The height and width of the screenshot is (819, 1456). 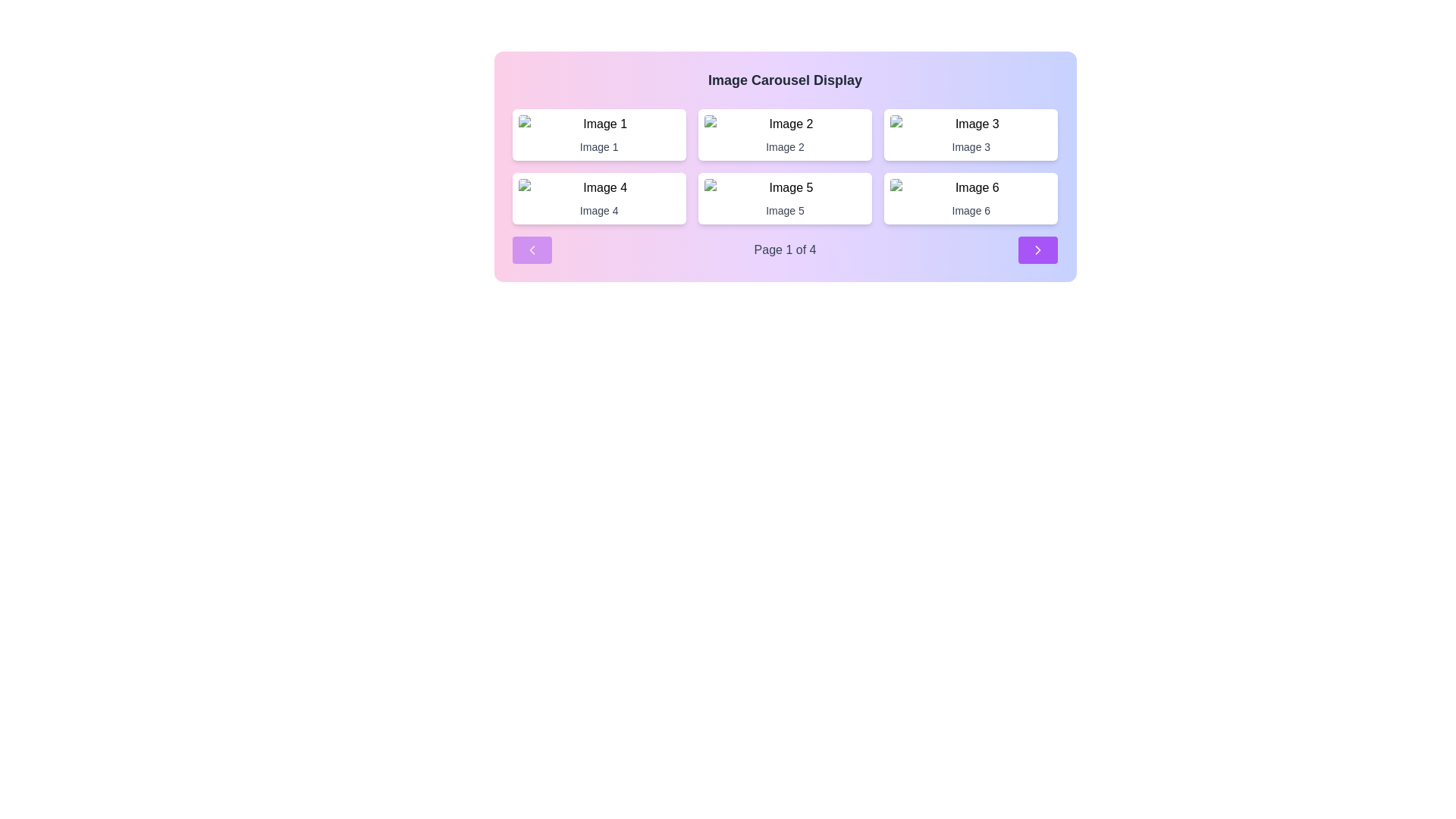 I want to click on the text label displaying 'Image 5', which is gray-colored and located below the corresponding image placeholder in the image carousel interface, so click(x=785, y=210).